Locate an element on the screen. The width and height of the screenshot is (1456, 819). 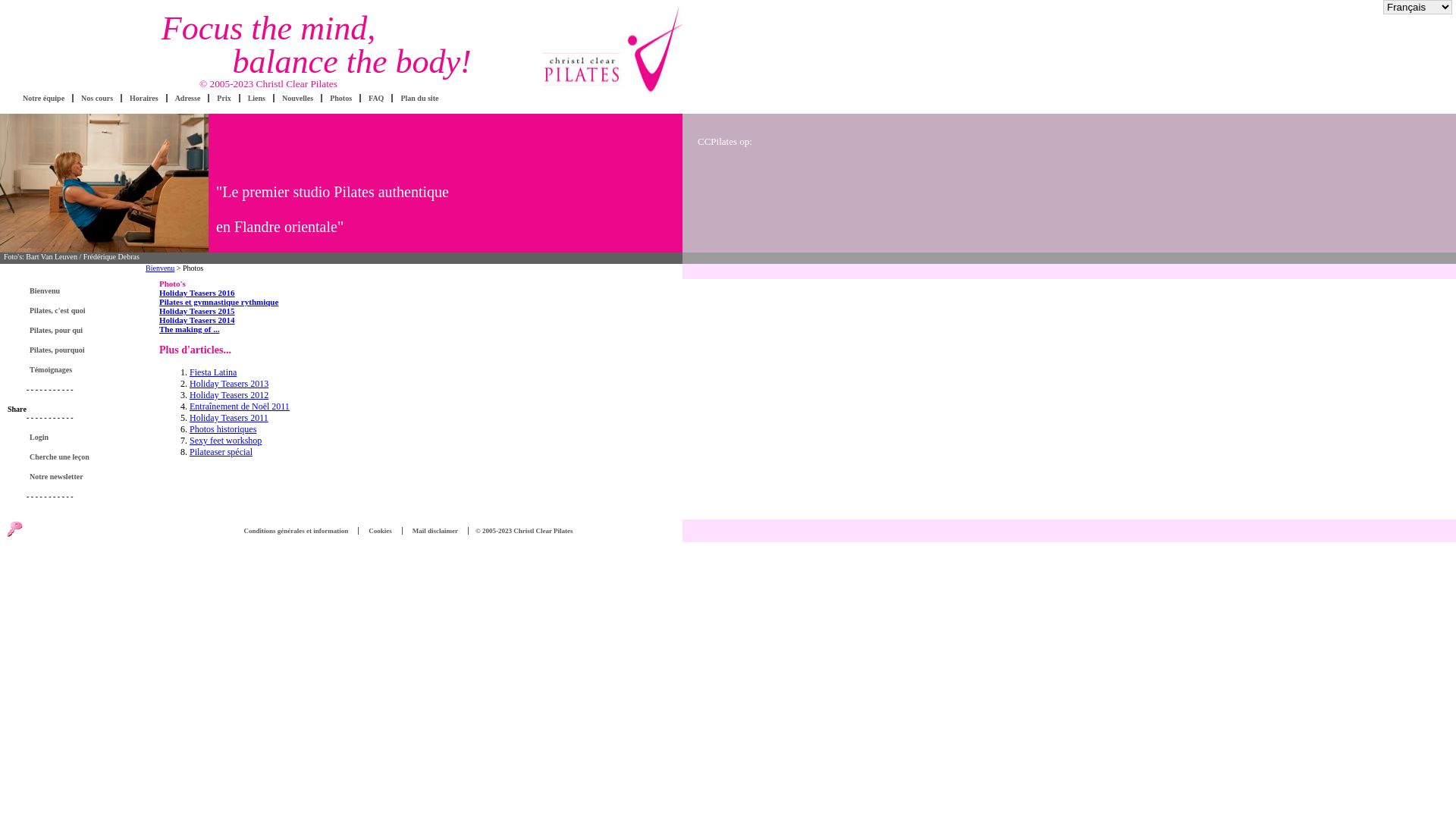
'Holiday Teasers 2013' is located at coordinates (188, 382).